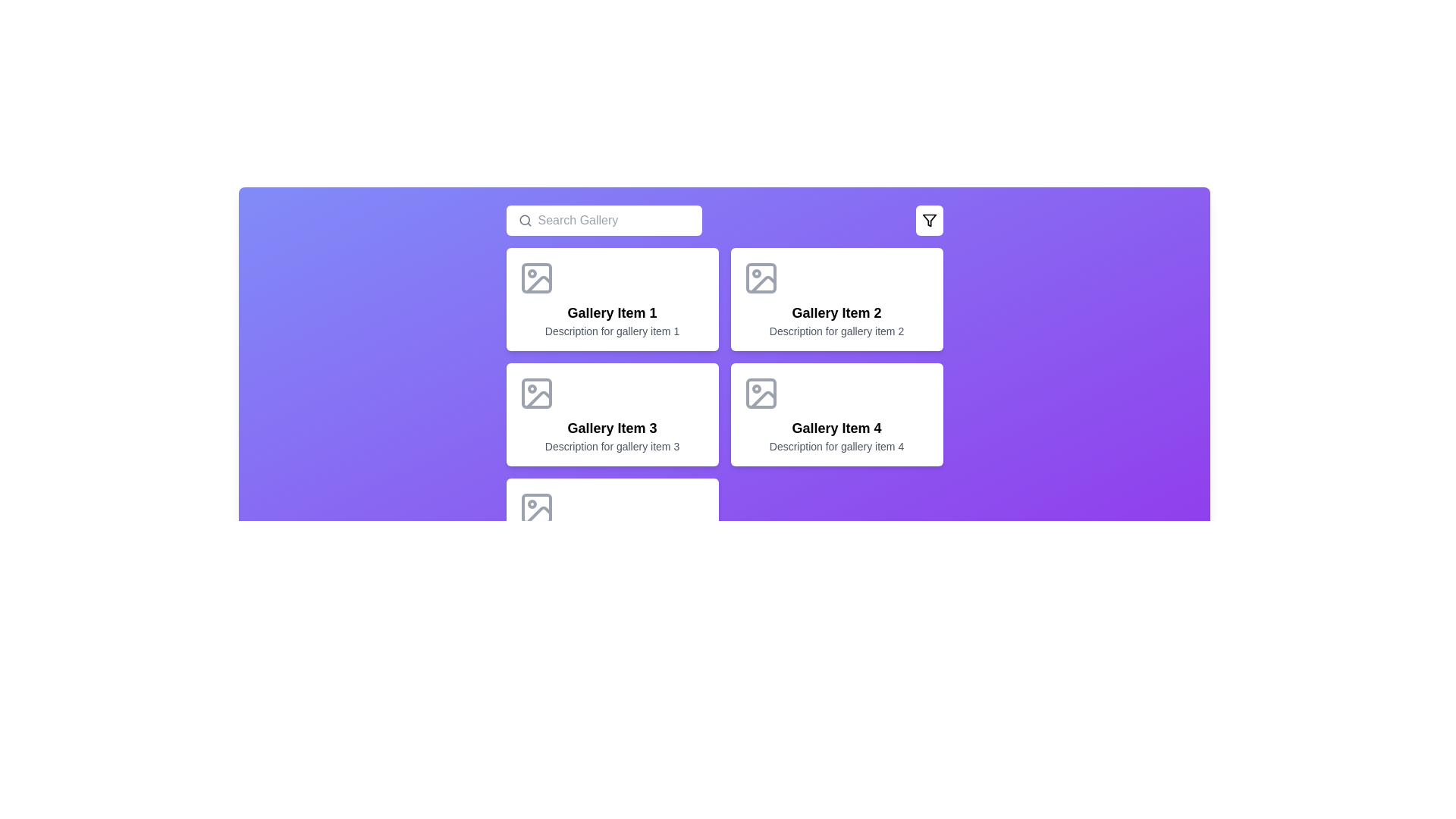 The height and width of the screenshot is (819, 1456). What do you see at coordinates (524, 220) in the screenshot?
I see `the circular search icon, which is part of the SVG in the search functionality component, located near the top-left of the interface` at bounding box center [524, 220].